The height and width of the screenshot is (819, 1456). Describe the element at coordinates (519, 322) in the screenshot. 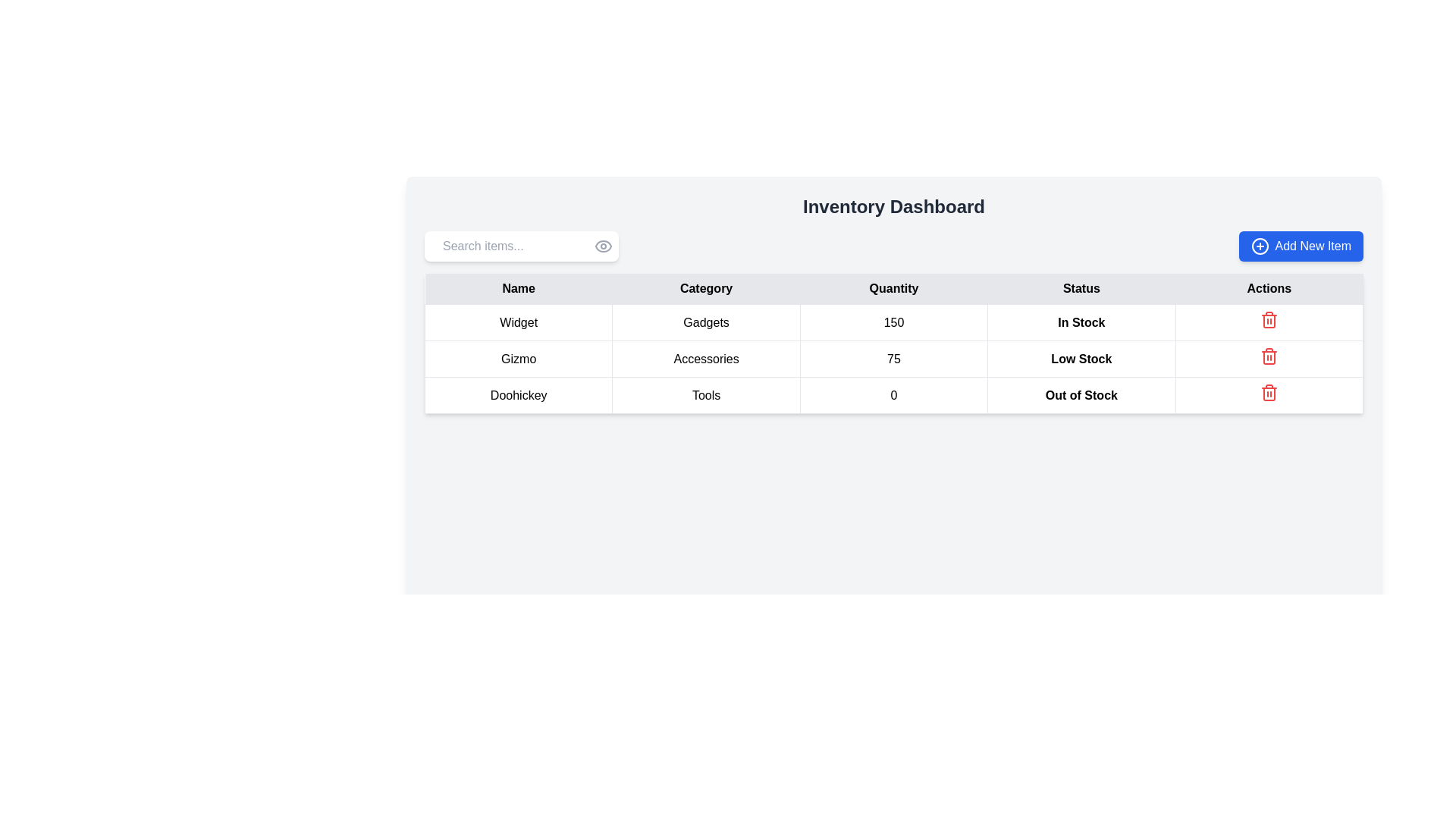

I see `the 'Widget' label in the first column of the first row under the 'Name' heading, which is styled with a simple border and padding` at that location.